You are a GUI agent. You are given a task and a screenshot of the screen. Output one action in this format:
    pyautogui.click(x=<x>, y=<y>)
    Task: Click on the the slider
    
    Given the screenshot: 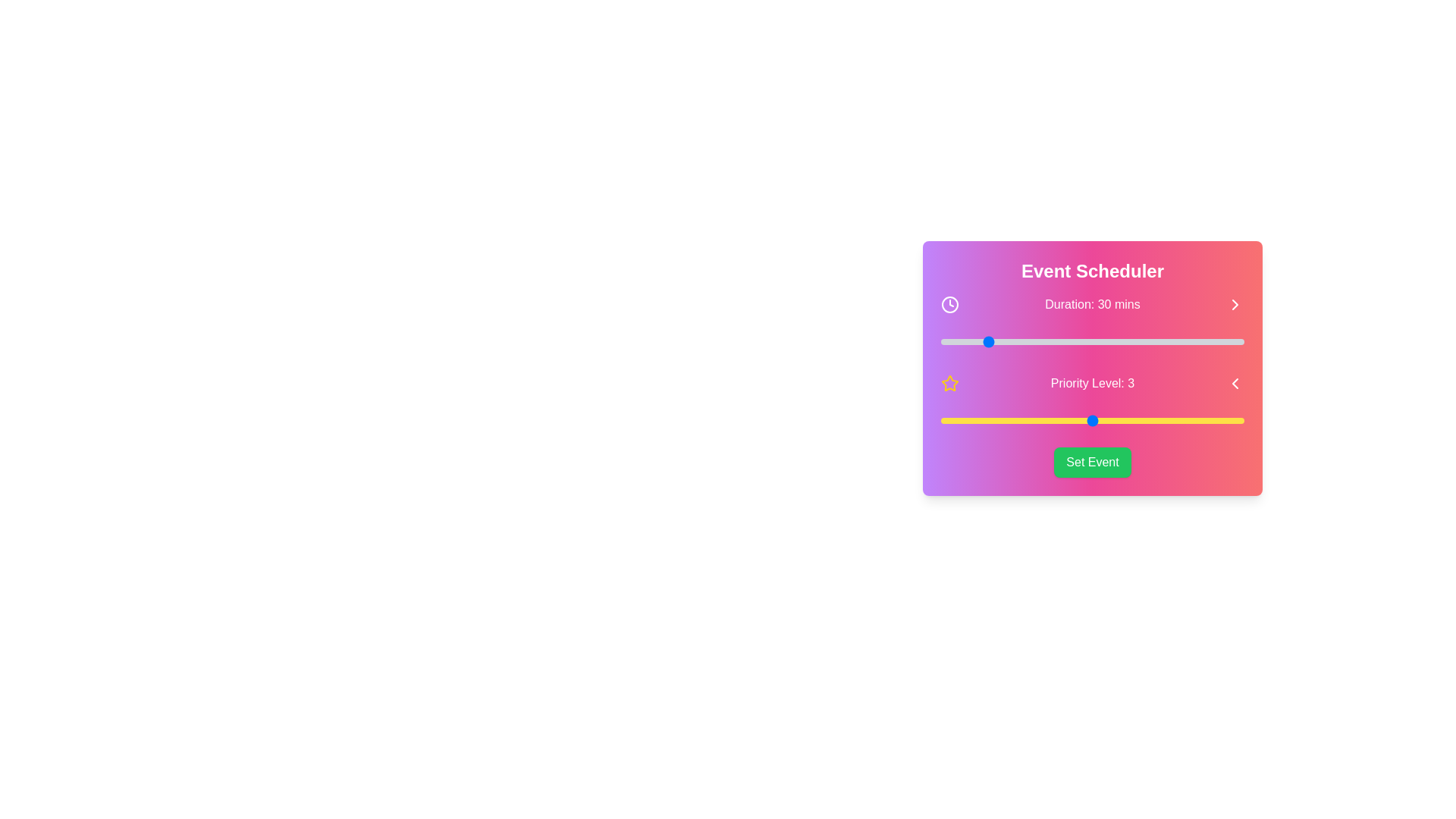 What is the action you would take?
    pyautogui.click(x=1031, y=342)
    